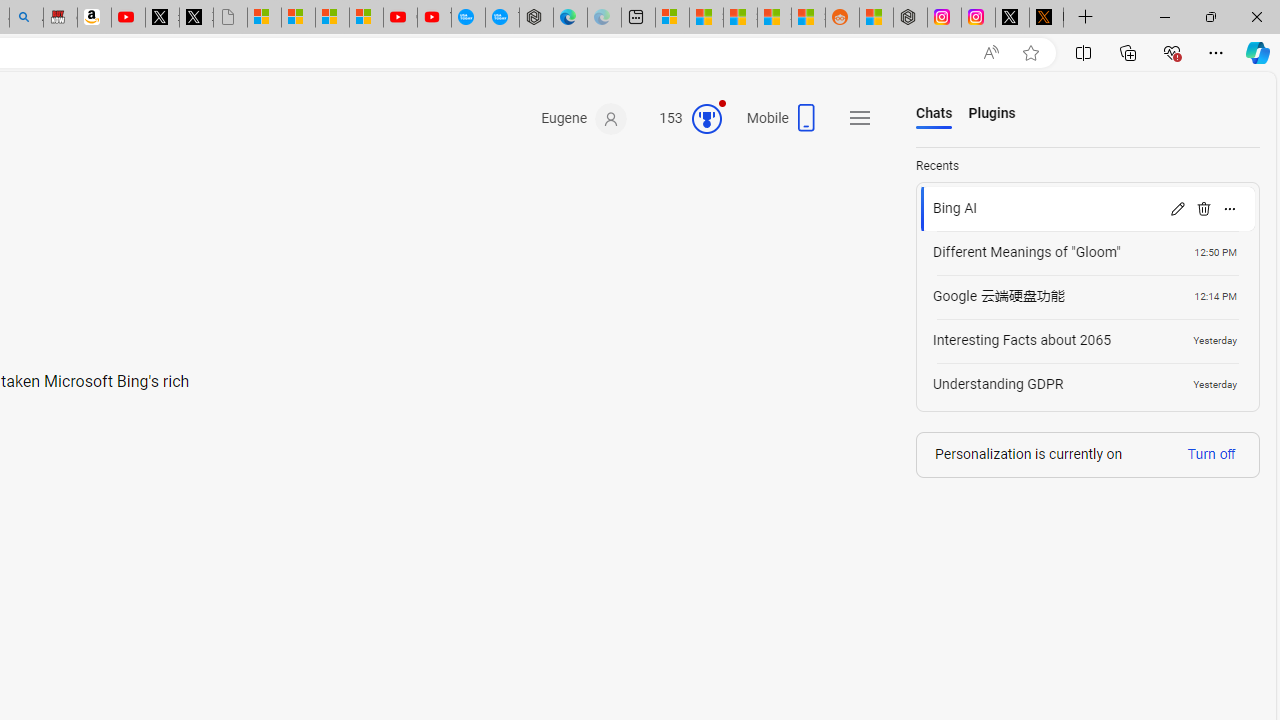  I want to click on 'Untitled', so click(230, 17).